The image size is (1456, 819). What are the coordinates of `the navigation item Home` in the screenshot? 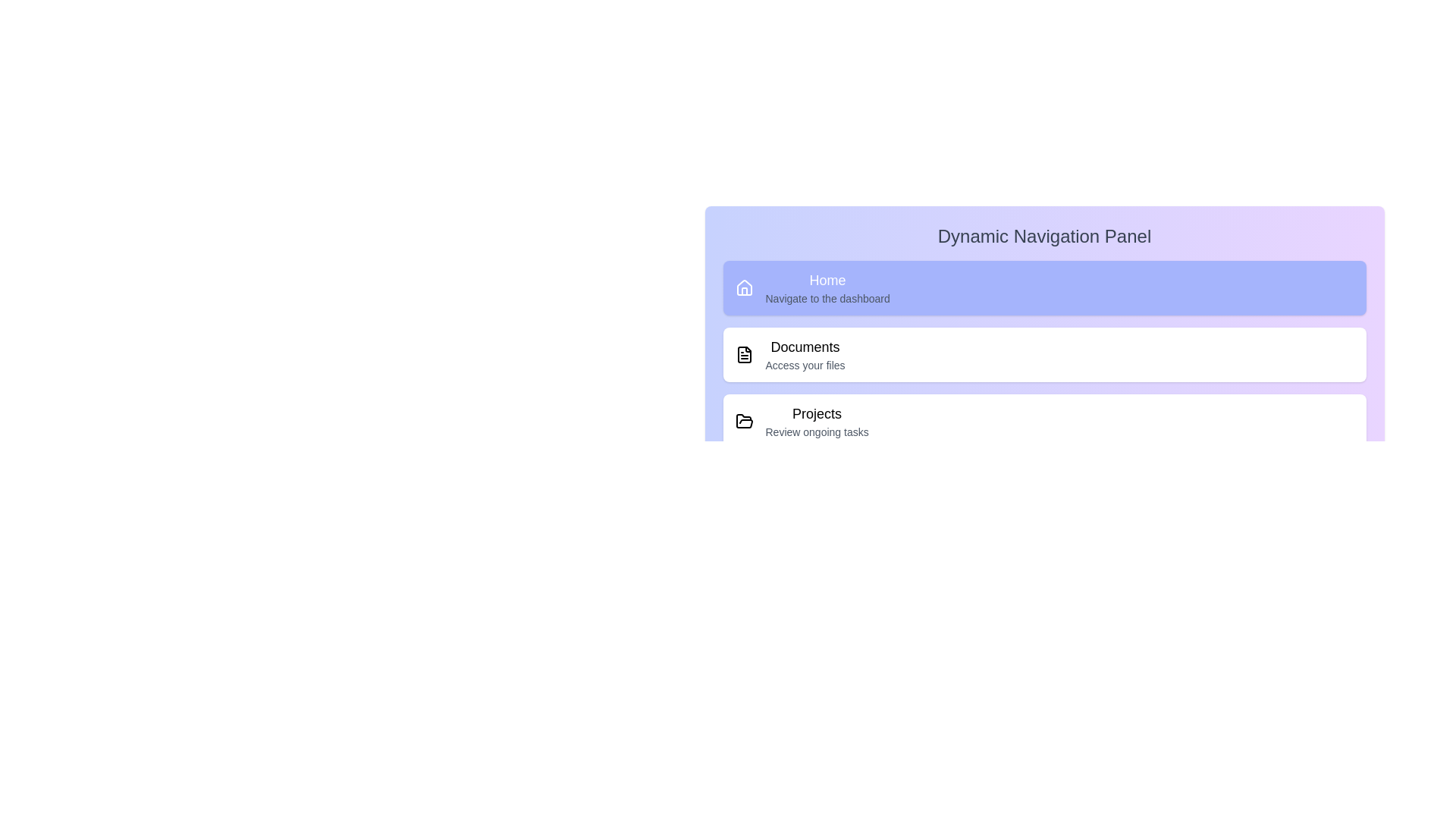 It's located at (1043, 288).